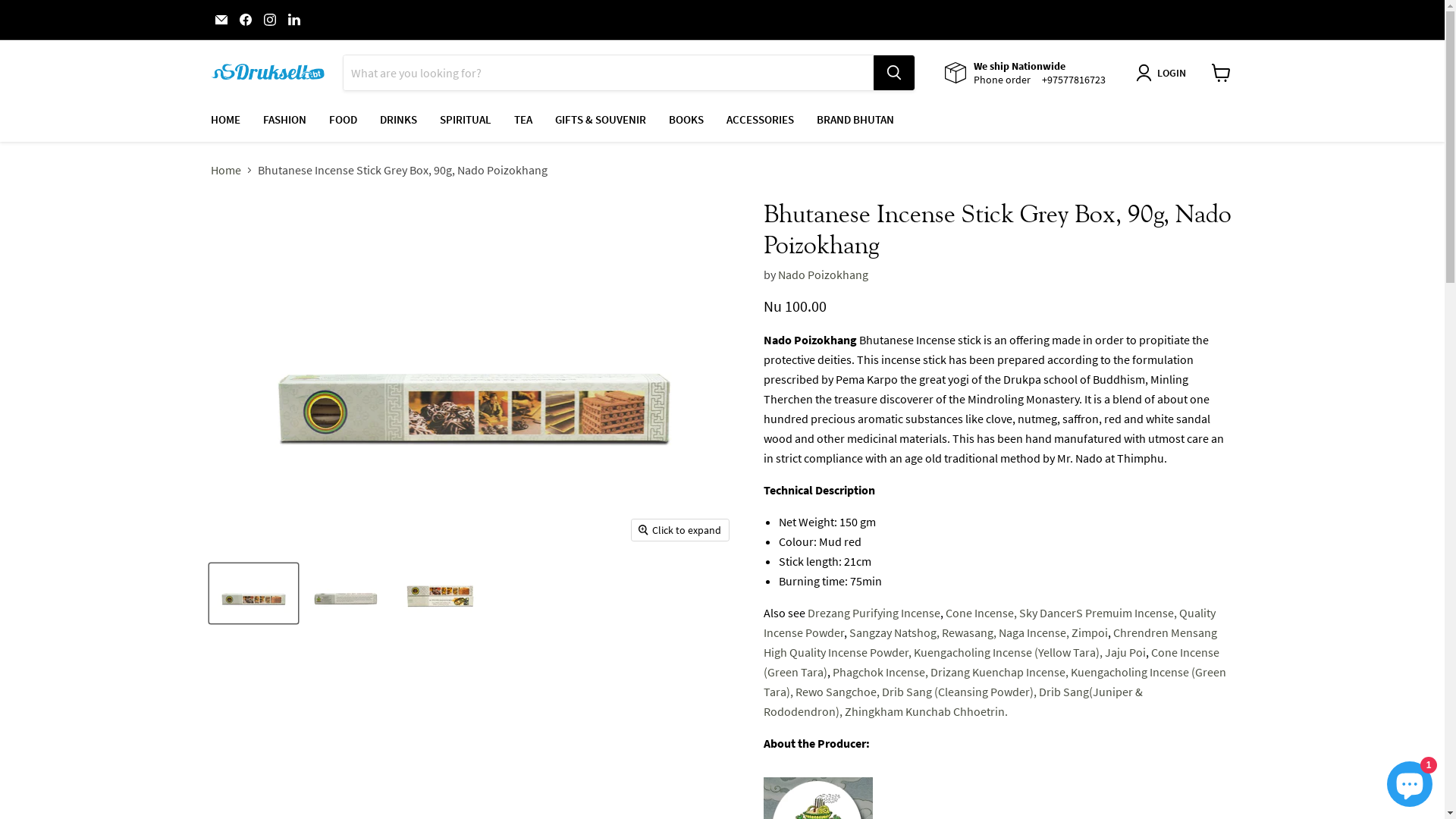 This screenshot has height=819, width=1456. Describe the element at coordinates (251, 119) in the screenshot. I see `'FASHION'` at that location.